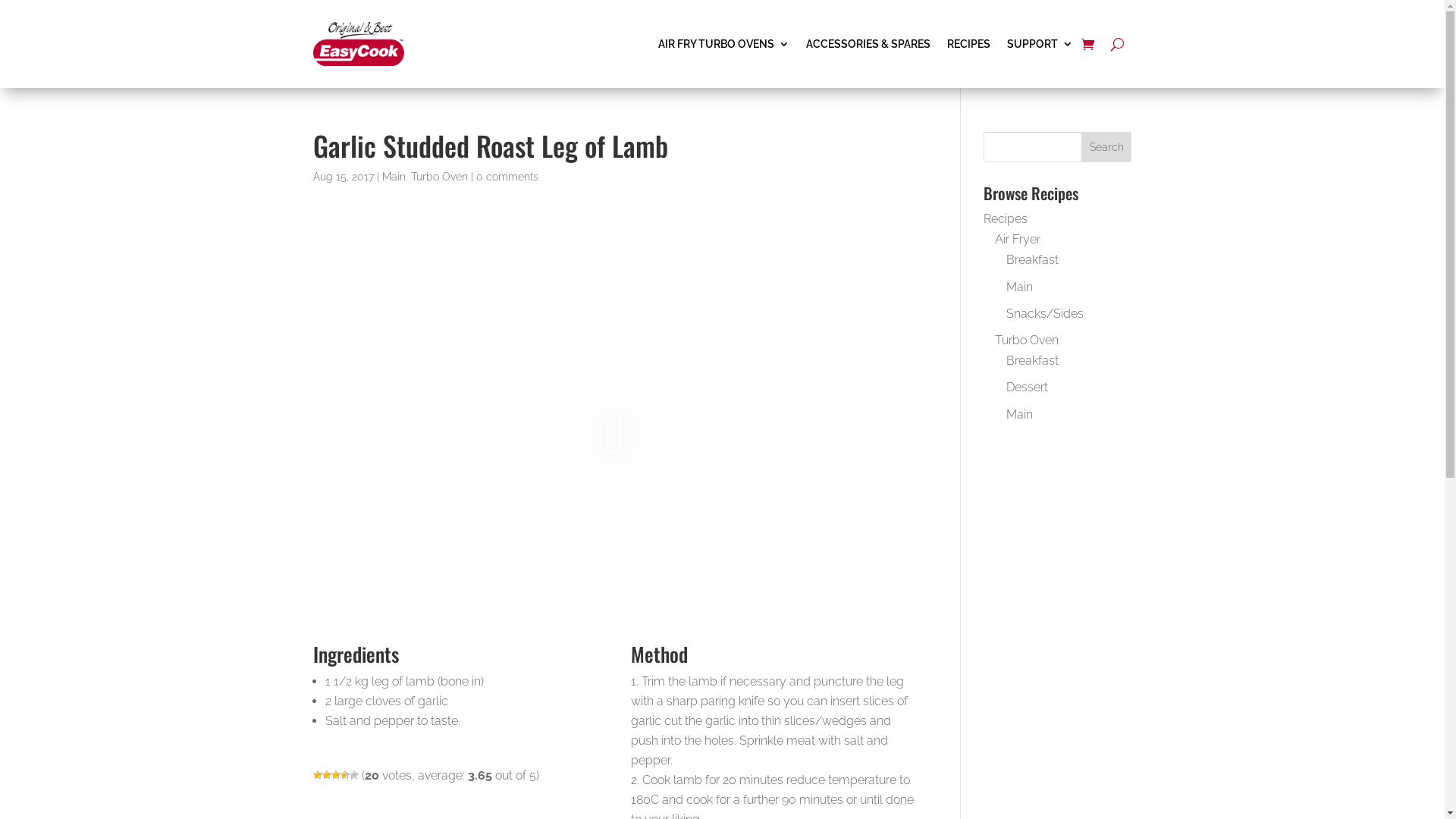 The height and width of the screenshot is (819, 1456). What do you see at coordinates (613, 434) in the screenshot?
I see `'Play video "Roasted leg of Lamb"'` at bounding box center [613, 434].